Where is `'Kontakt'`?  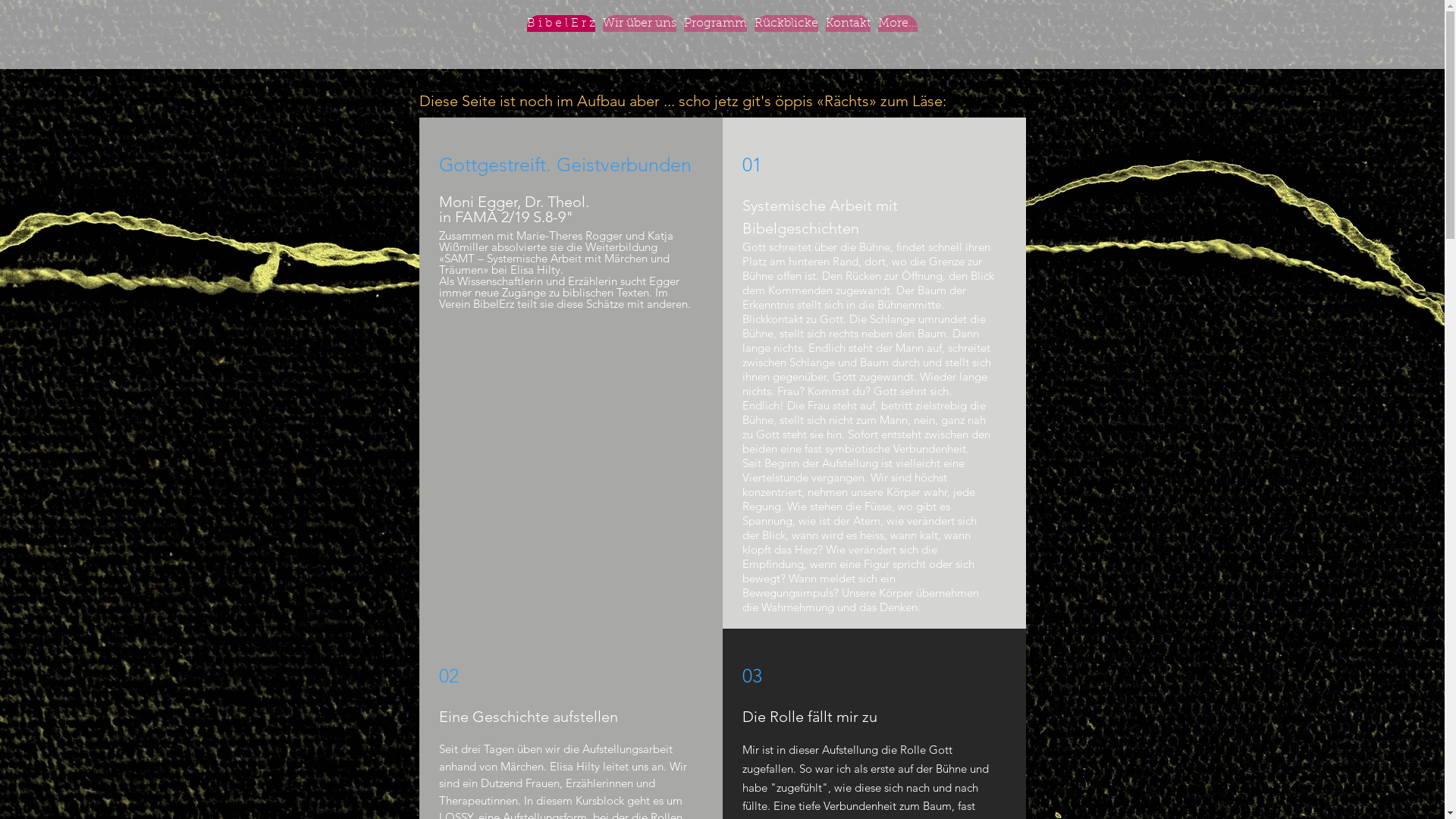 'Kontakt' is located at coordinates (847, 41).